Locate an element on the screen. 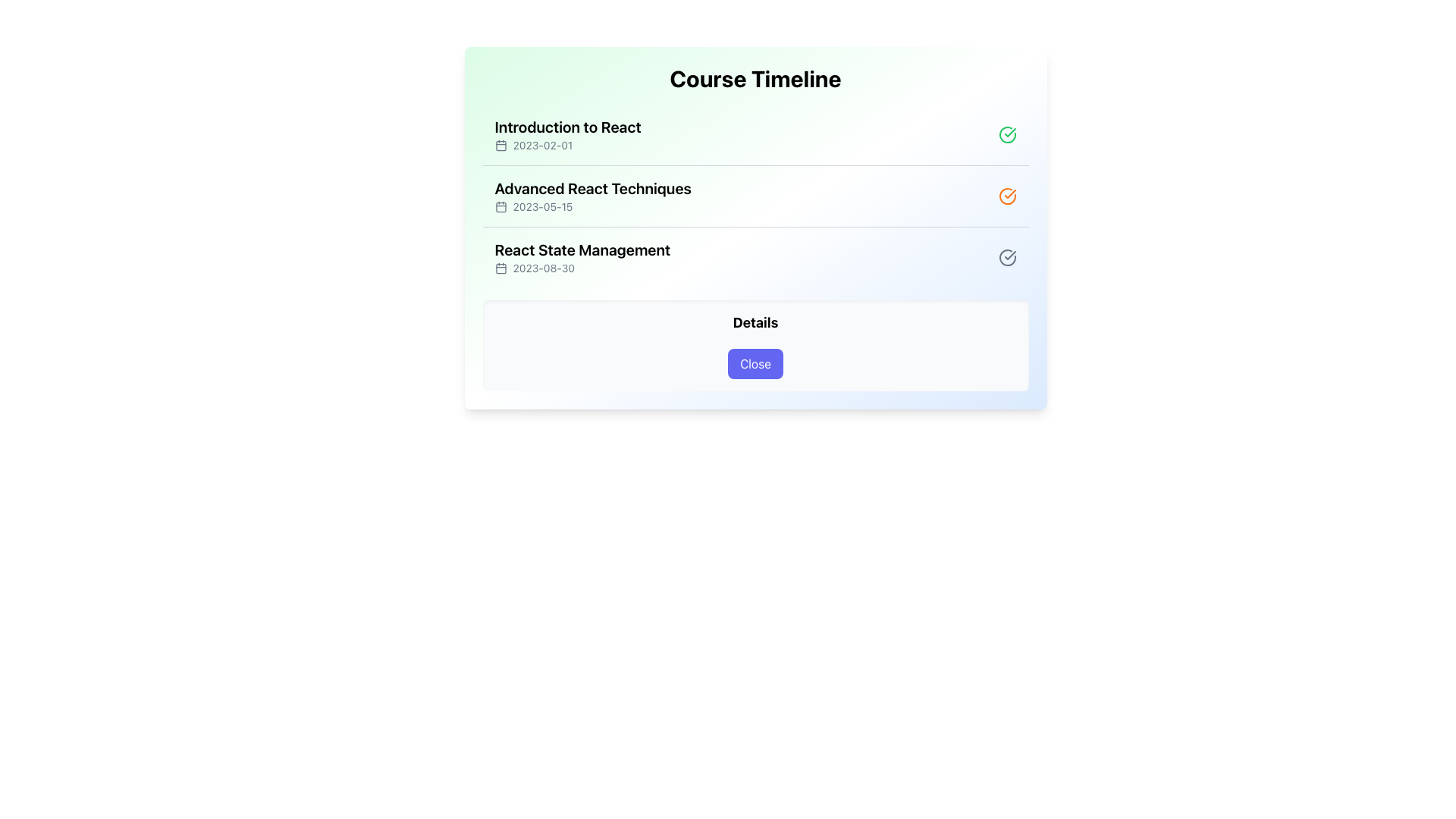 The height and width of the screenshot is (819, 1456). text from the title of the course timeline section, which is located at the top of the course timeline box, centered horizontally with the box is located at coordinates (755, 79).